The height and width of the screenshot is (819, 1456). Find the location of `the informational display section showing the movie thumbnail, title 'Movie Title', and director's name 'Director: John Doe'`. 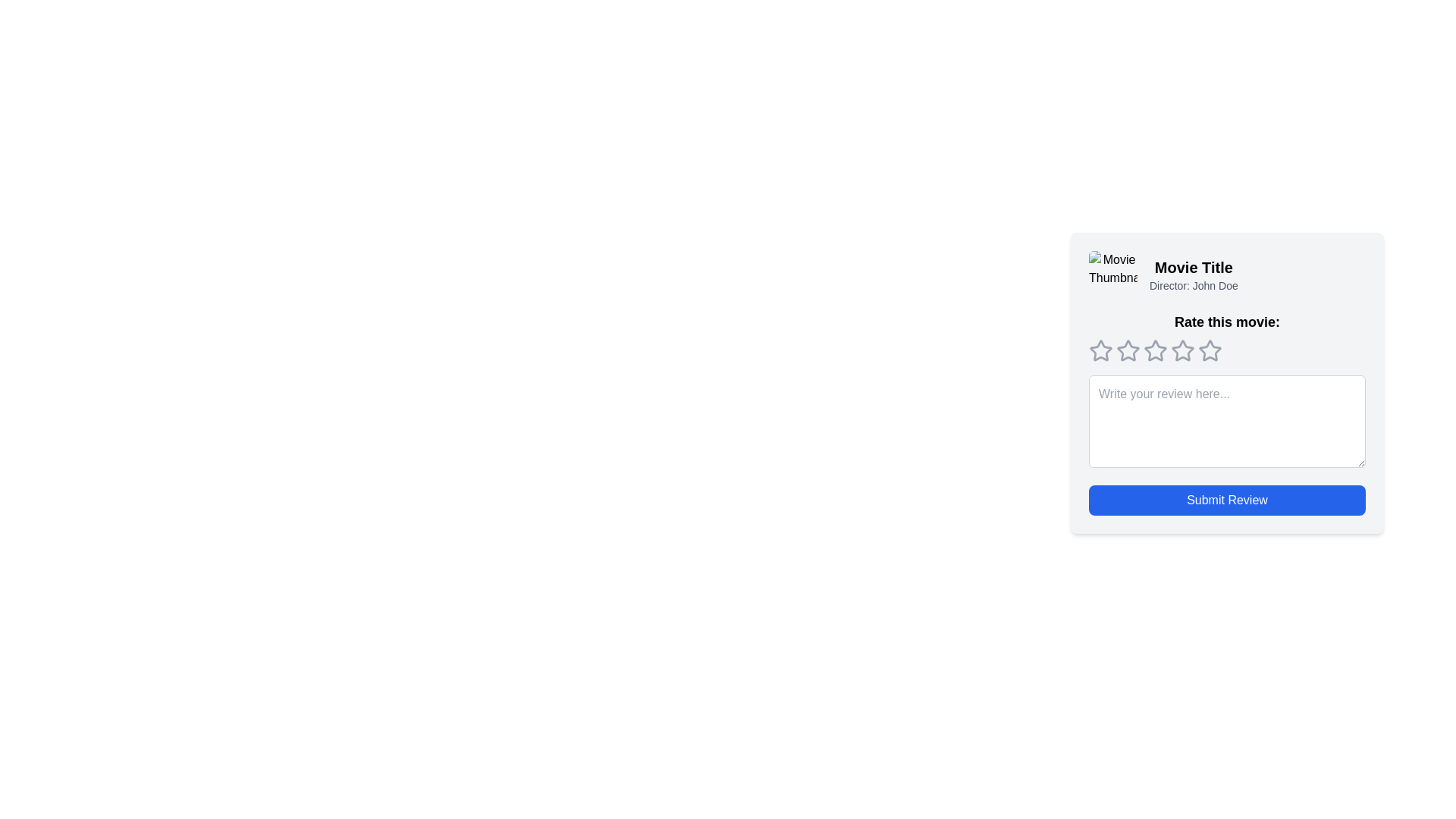

the informational display section showing the movie thumbnail, title 'Movie Title', and director's name 'Director: John Doe' is located at coordinates (1227, 275).